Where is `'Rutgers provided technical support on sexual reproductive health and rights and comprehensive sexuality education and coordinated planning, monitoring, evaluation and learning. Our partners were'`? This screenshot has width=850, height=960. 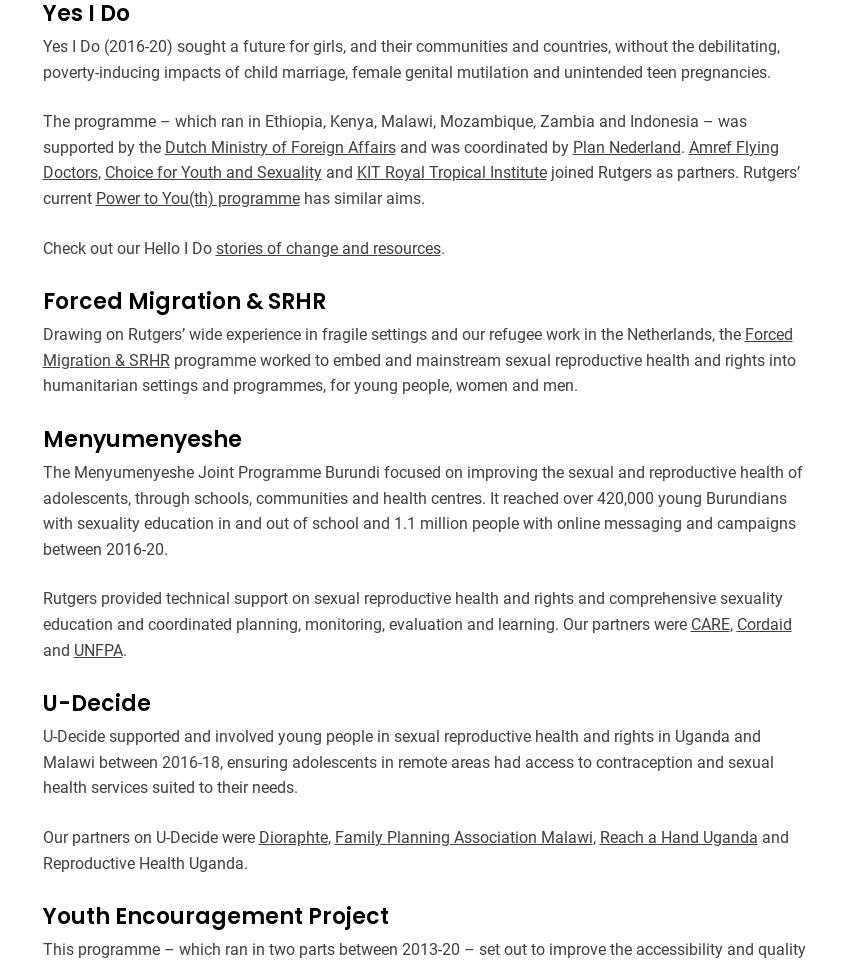 'Rutgers provided technical support on sexual reproductive health and rights and comprehensive sexuality education and coordinated planning, monitoring, evaluation and learning. Our partners were' is located at coordinates (411, 610).